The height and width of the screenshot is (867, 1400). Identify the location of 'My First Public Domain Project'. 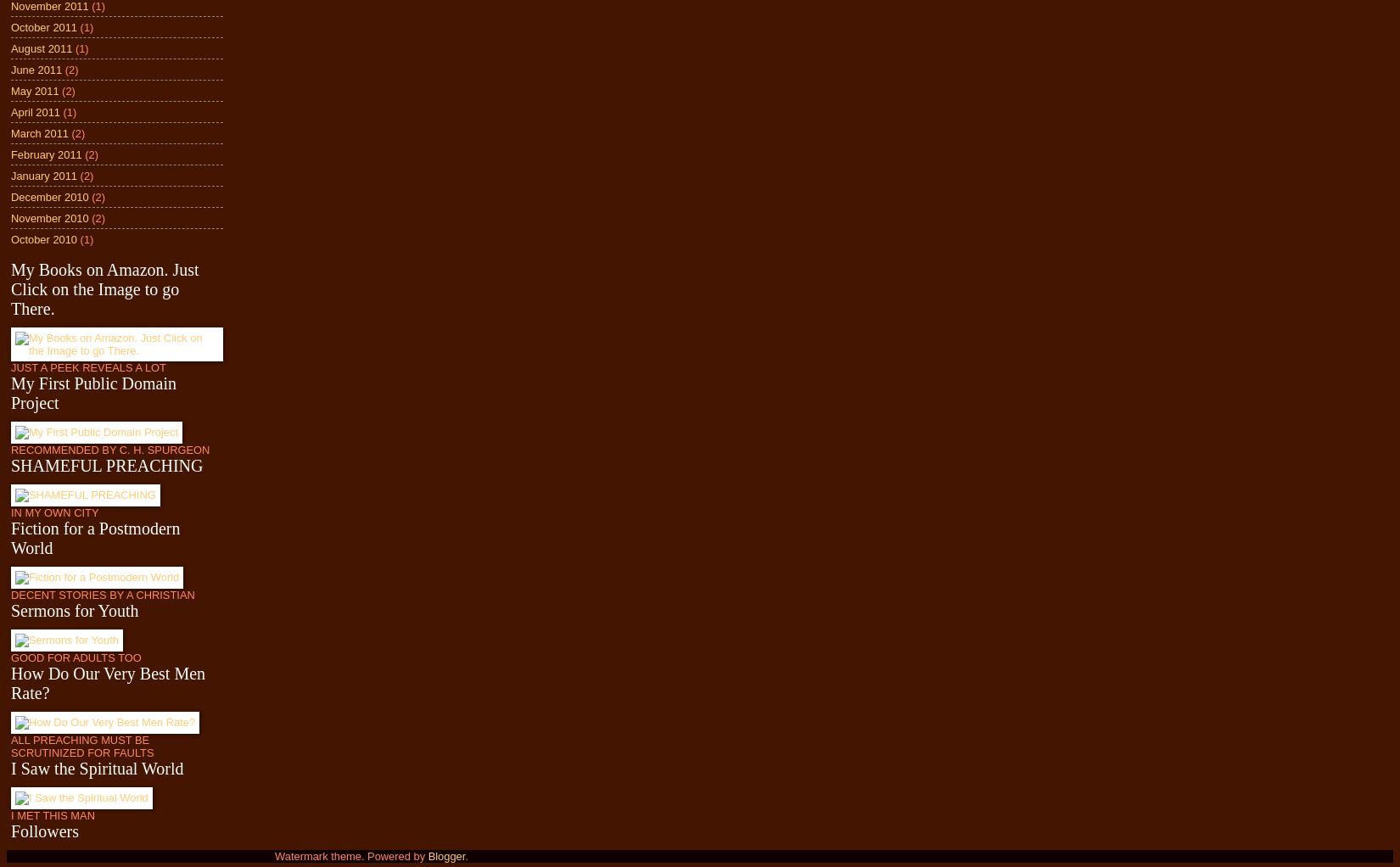
(11, 392).